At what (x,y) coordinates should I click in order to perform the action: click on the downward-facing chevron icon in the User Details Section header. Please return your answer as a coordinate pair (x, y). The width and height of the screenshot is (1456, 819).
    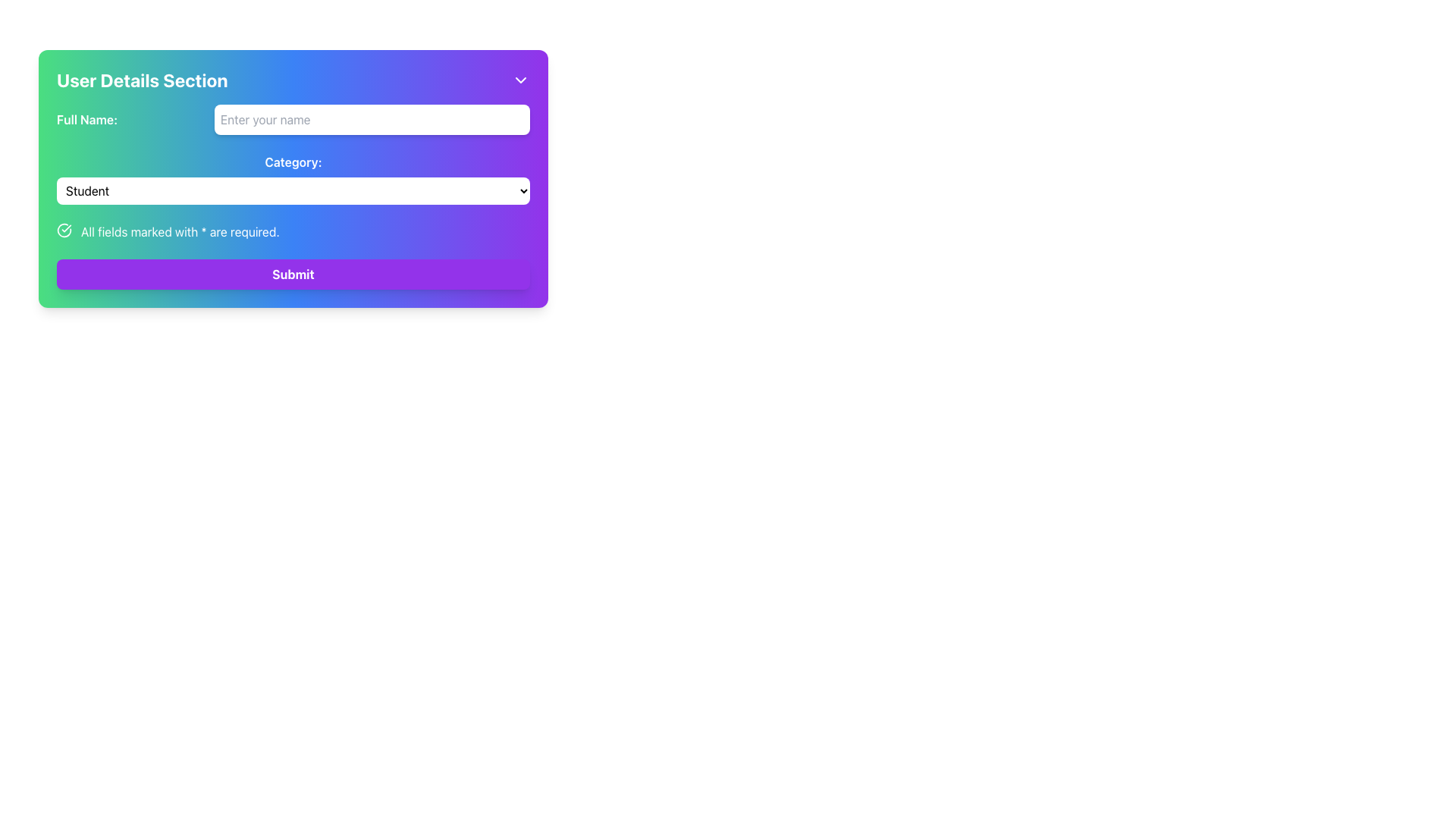
    Looking at the image, I should click on (520, 80).